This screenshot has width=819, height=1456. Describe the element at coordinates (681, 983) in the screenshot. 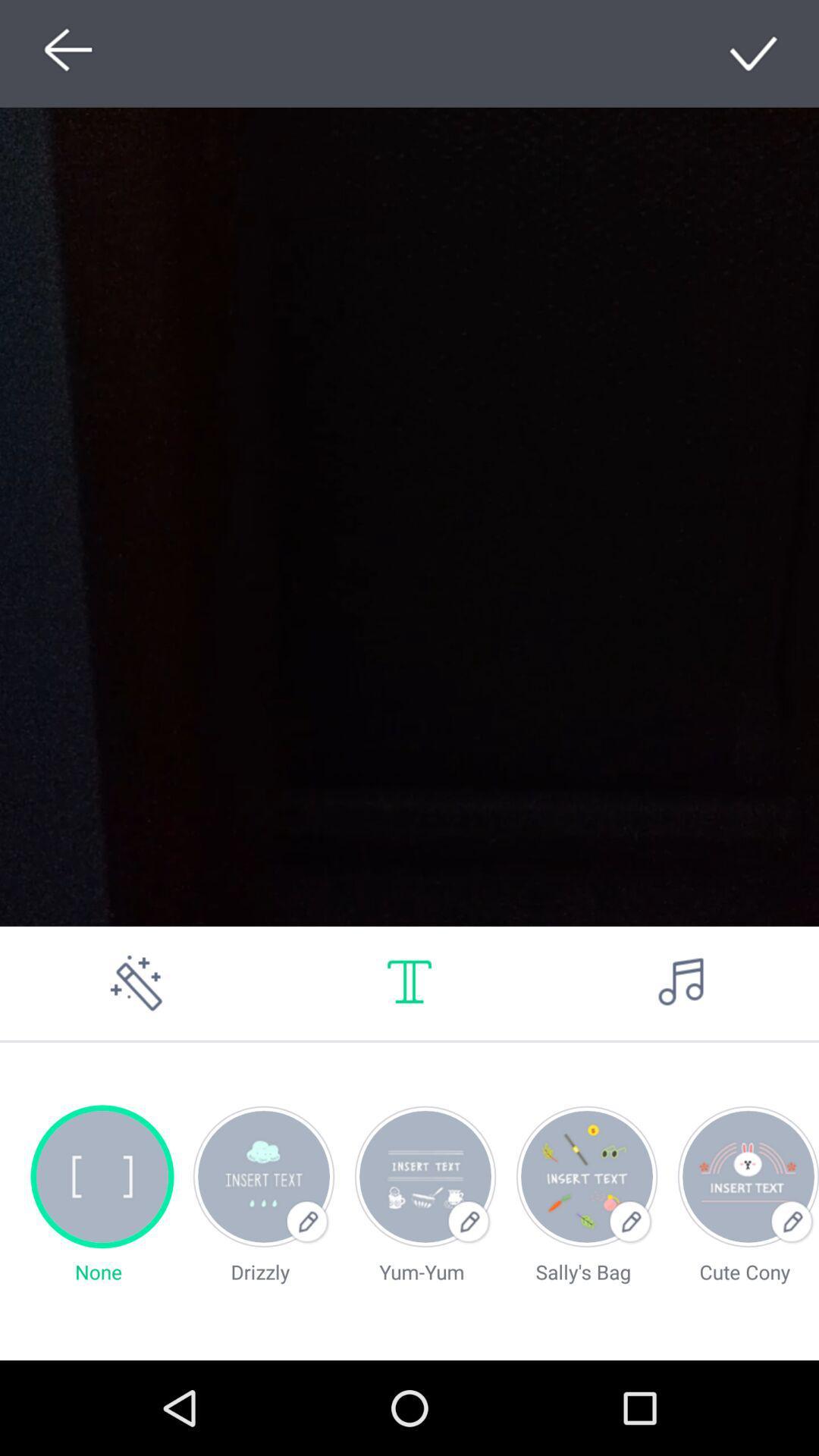

I see `sound or music` at that location.